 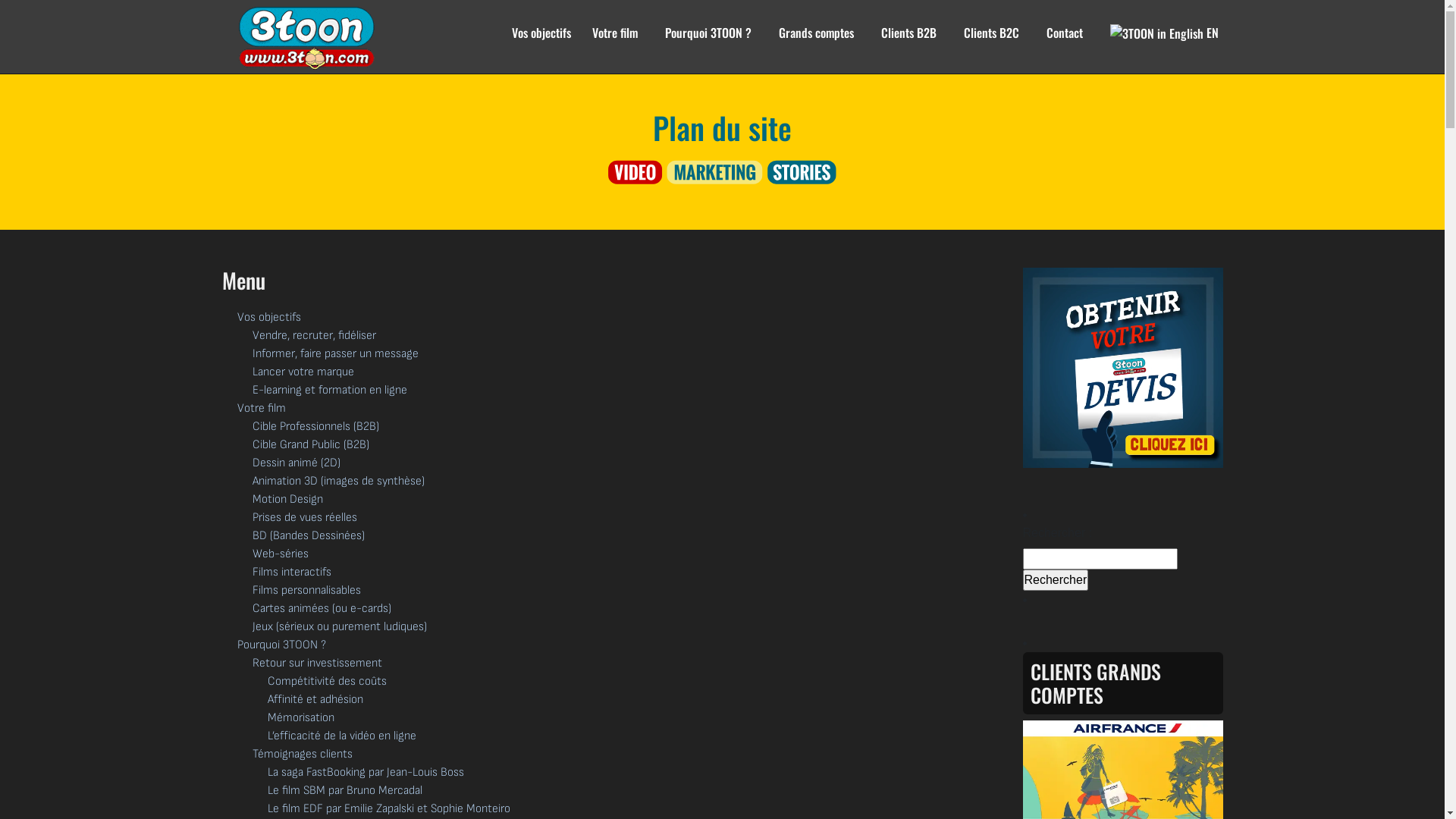 What do you see at coordinates (1110, 41) in the screenshot?
I see `'EN'` at bounding box center [1110, 41].